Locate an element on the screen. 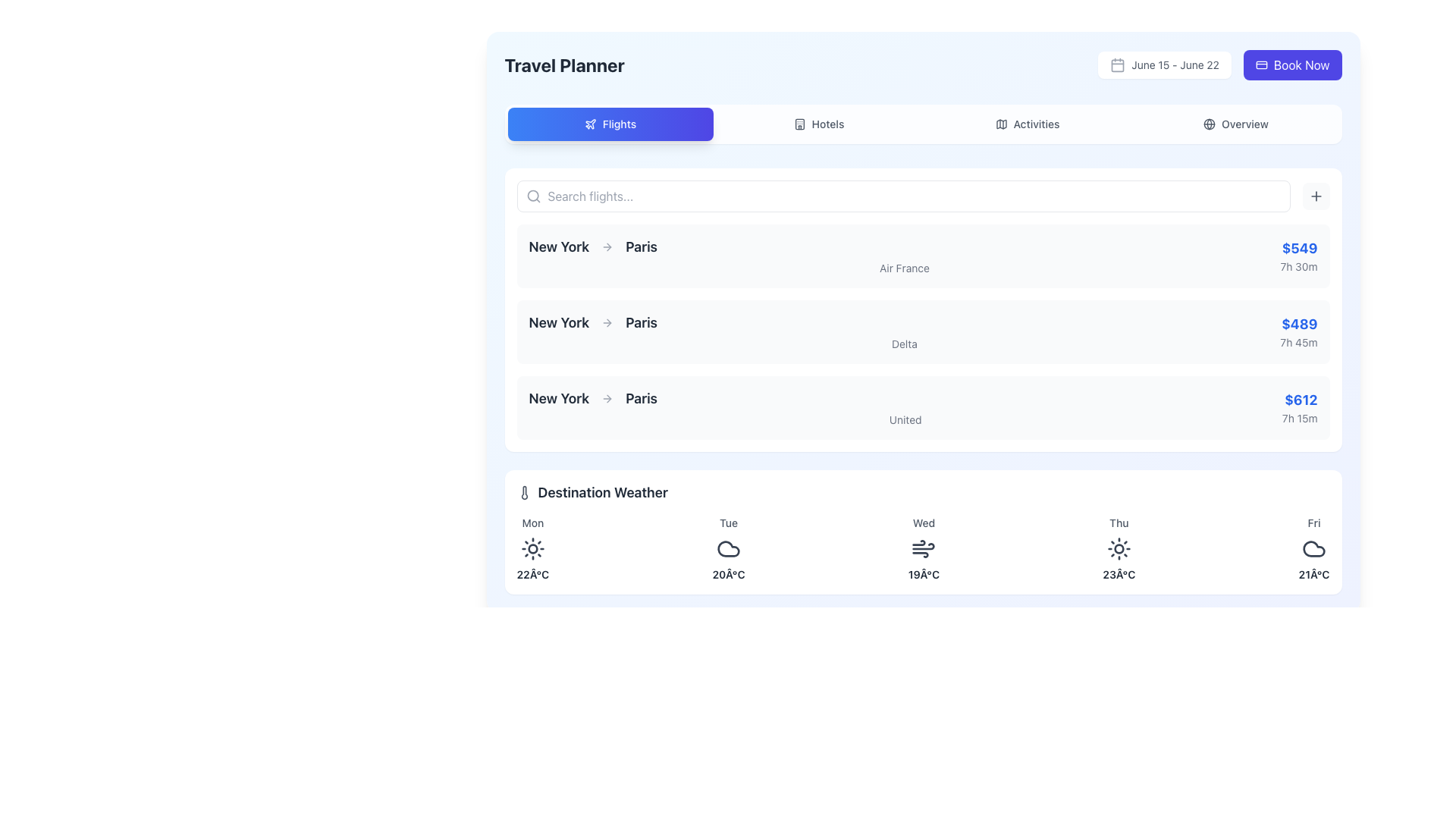 The width and height of the screenshot is (1456, 819). the textual display element that shows 'New York', an arrow symbol, 'Paris', and 'Air France', which is the first row in the horizontal list of flight options is located at coordinates (904, 256).